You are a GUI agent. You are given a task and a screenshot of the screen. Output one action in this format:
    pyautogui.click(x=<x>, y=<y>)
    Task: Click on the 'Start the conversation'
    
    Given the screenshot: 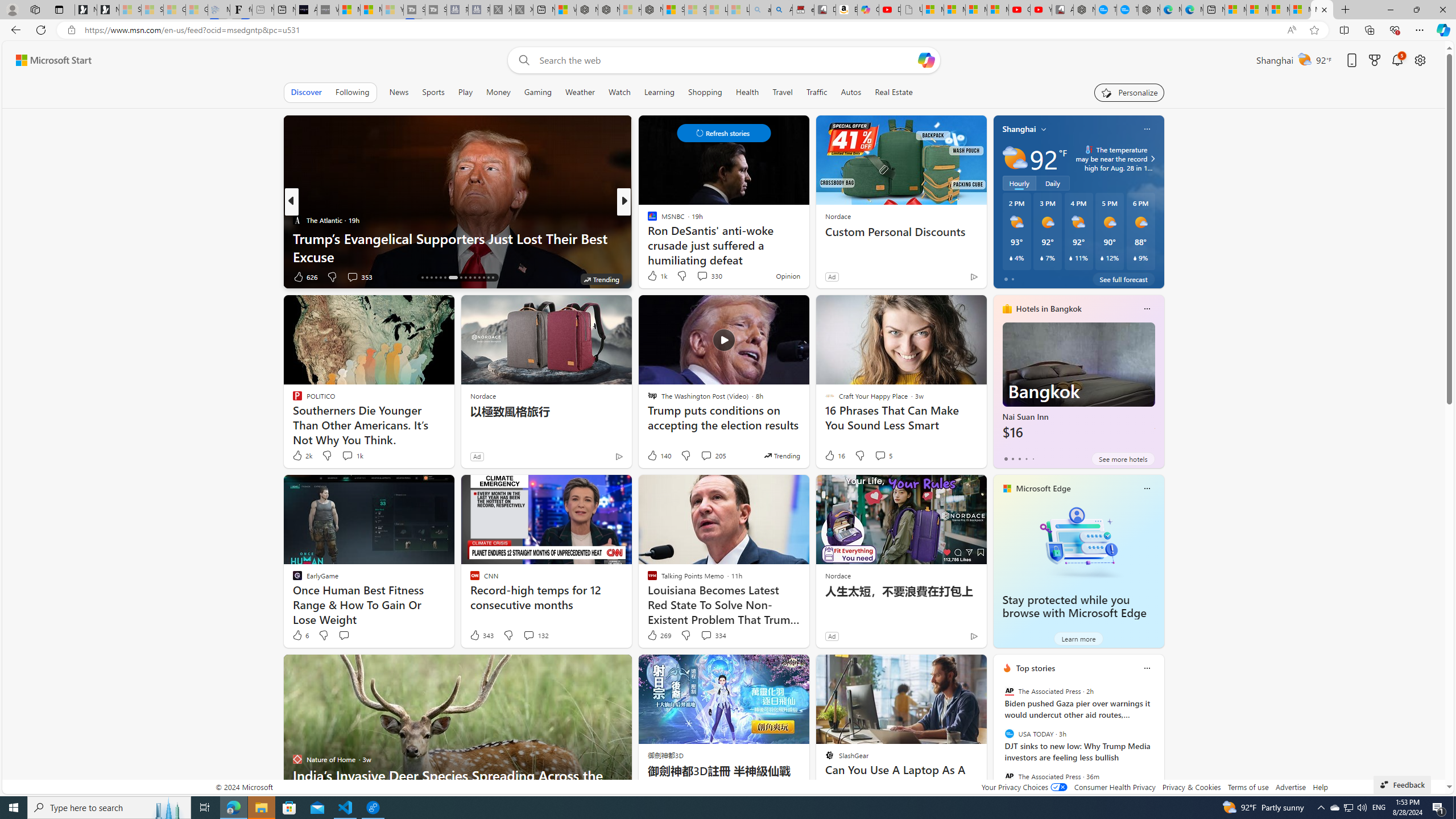 What is the action you would take?
    pyautogui.click(x=343, y=635)
    